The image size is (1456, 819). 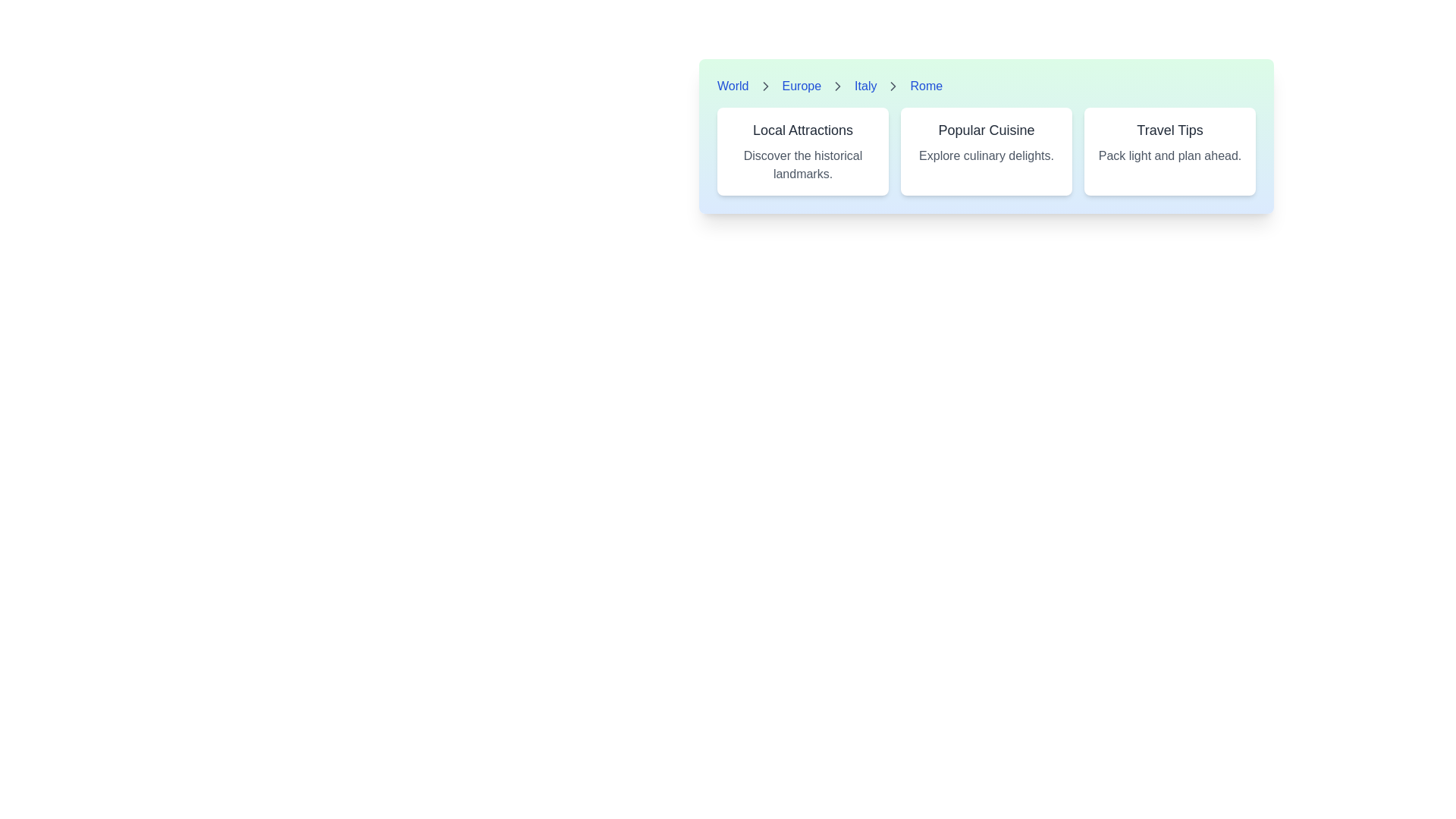 What do you see at coordinates (986, 155) in the screenshot?
I see `the text label displaying 'Explore culinary delights.' which is located below the 'Popular Cuisine' heading in the white card` at bounding box center [986, 155].